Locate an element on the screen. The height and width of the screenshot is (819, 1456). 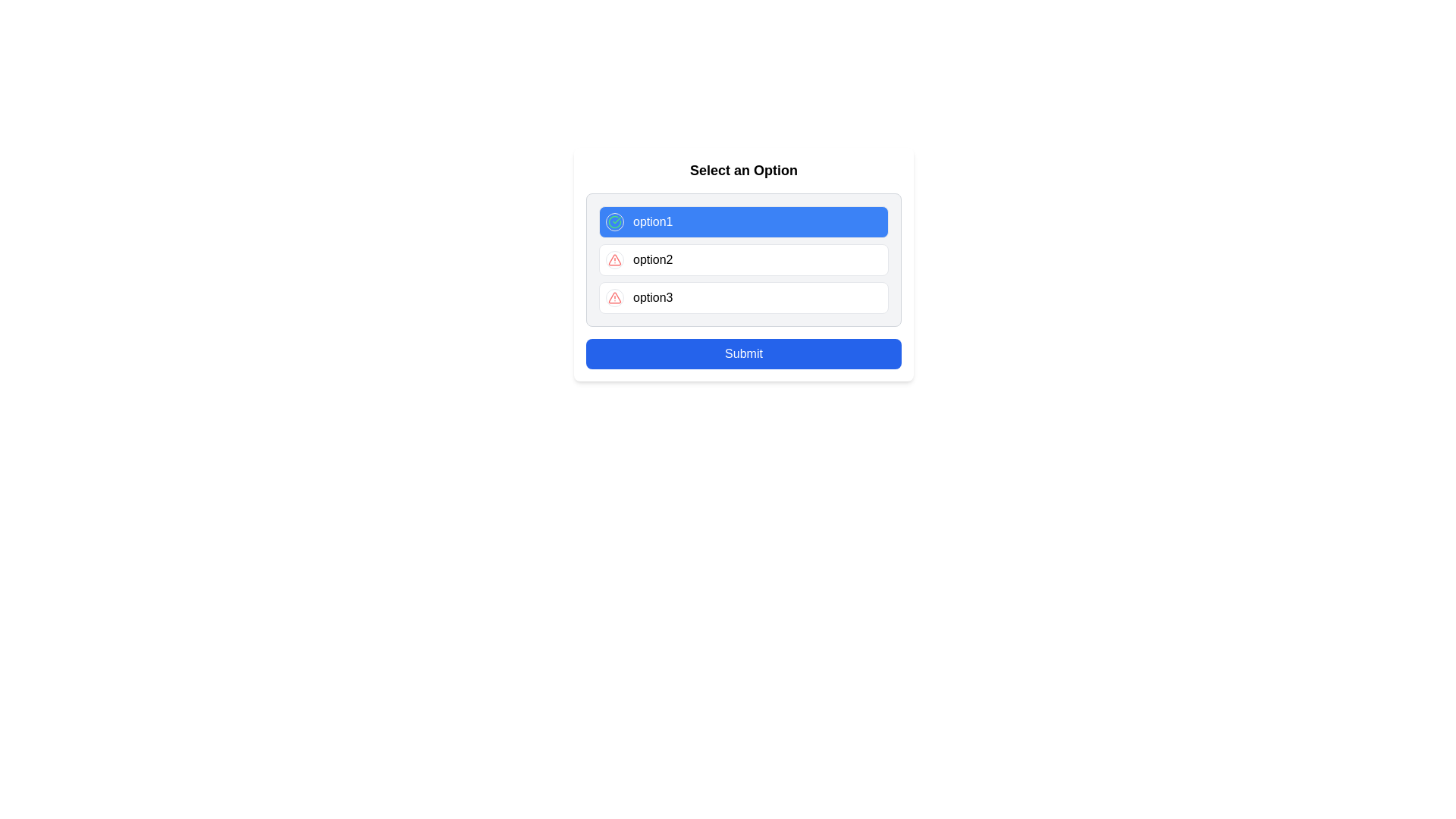
the text label displaying 'option1' which is aligned rightward to a circular icon within the topmost button of the interactive button group is located at coordinates (653, 222).